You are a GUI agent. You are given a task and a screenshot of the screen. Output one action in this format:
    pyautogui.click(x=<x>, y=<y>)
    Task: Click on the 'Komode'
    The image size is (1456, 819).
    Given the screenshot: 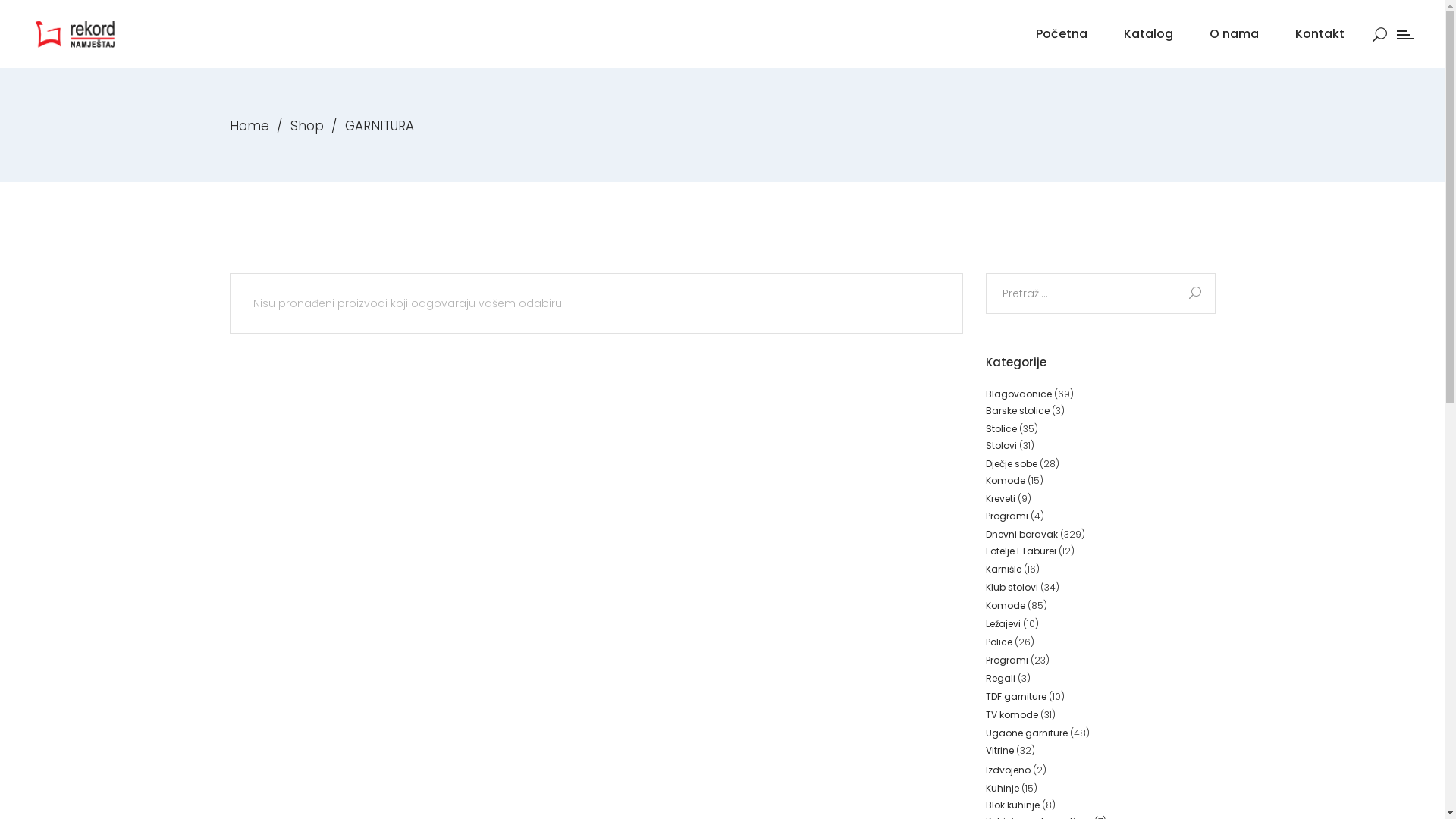 What is the action you would take?
    pyautogui.click(x=1005, y=604)
    